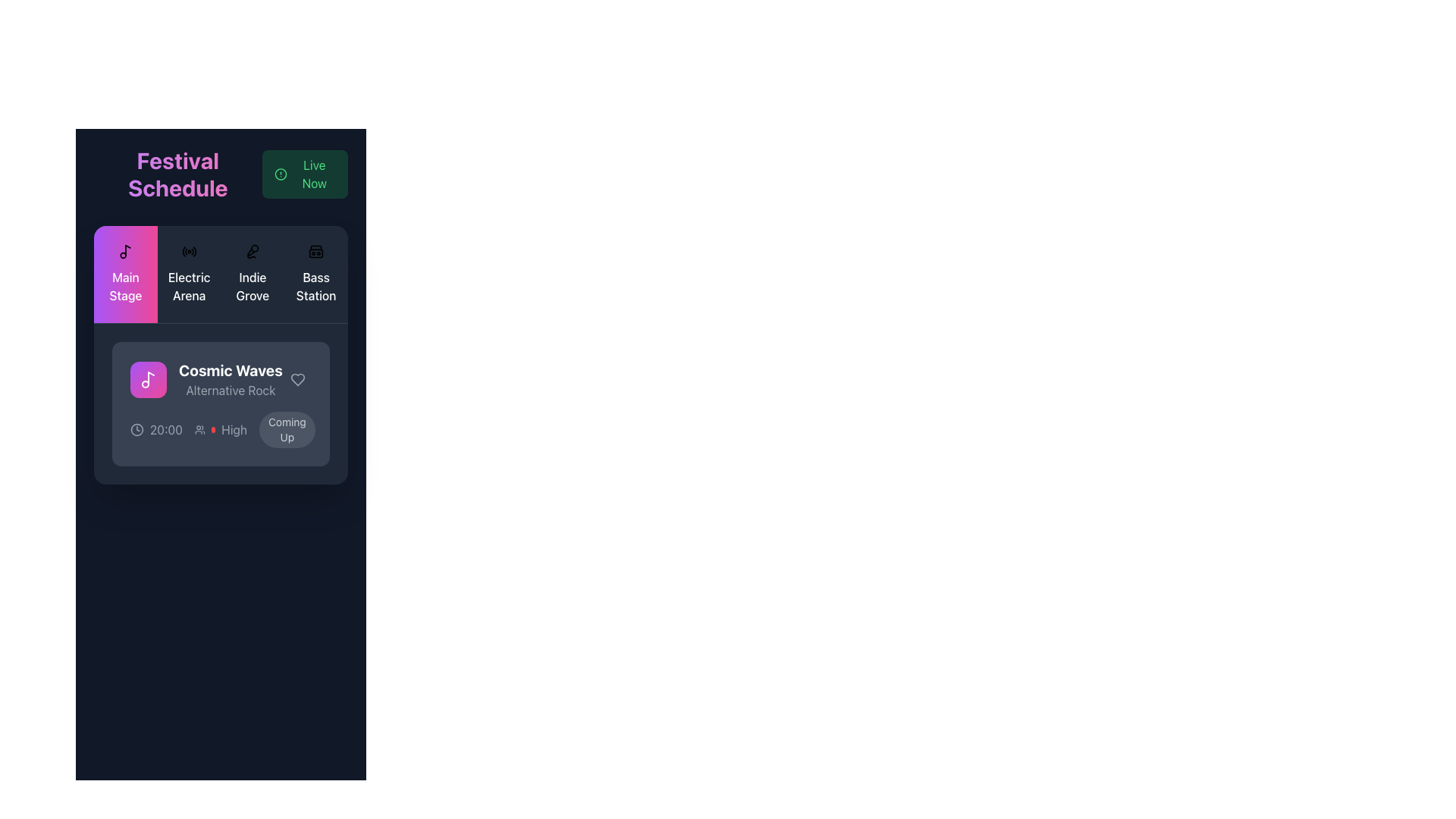 The height and width of the screenshot is (819, 1456). What do you see at coordinates (298, 379) in the screenshot?
I see `the heart icon located below 'Cosmic Waves'` at bounding box center [298, 379].